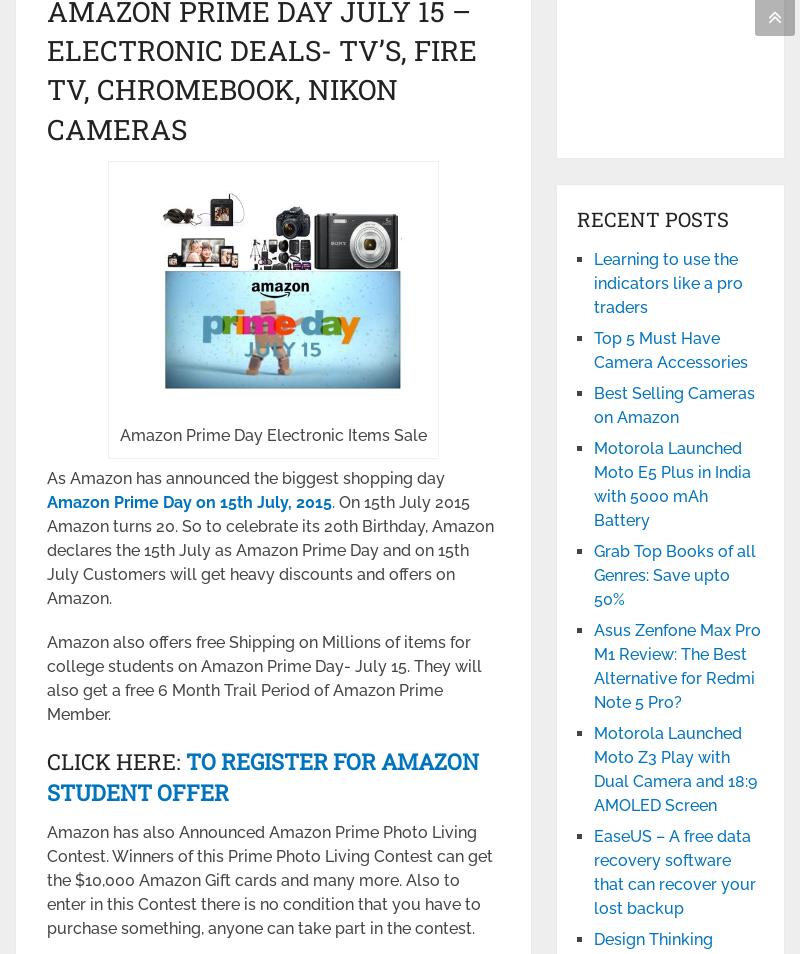 This screenshot has width=800, height=954. I want to click on 'Amazon Prime Day on 15', so click(45, 501).